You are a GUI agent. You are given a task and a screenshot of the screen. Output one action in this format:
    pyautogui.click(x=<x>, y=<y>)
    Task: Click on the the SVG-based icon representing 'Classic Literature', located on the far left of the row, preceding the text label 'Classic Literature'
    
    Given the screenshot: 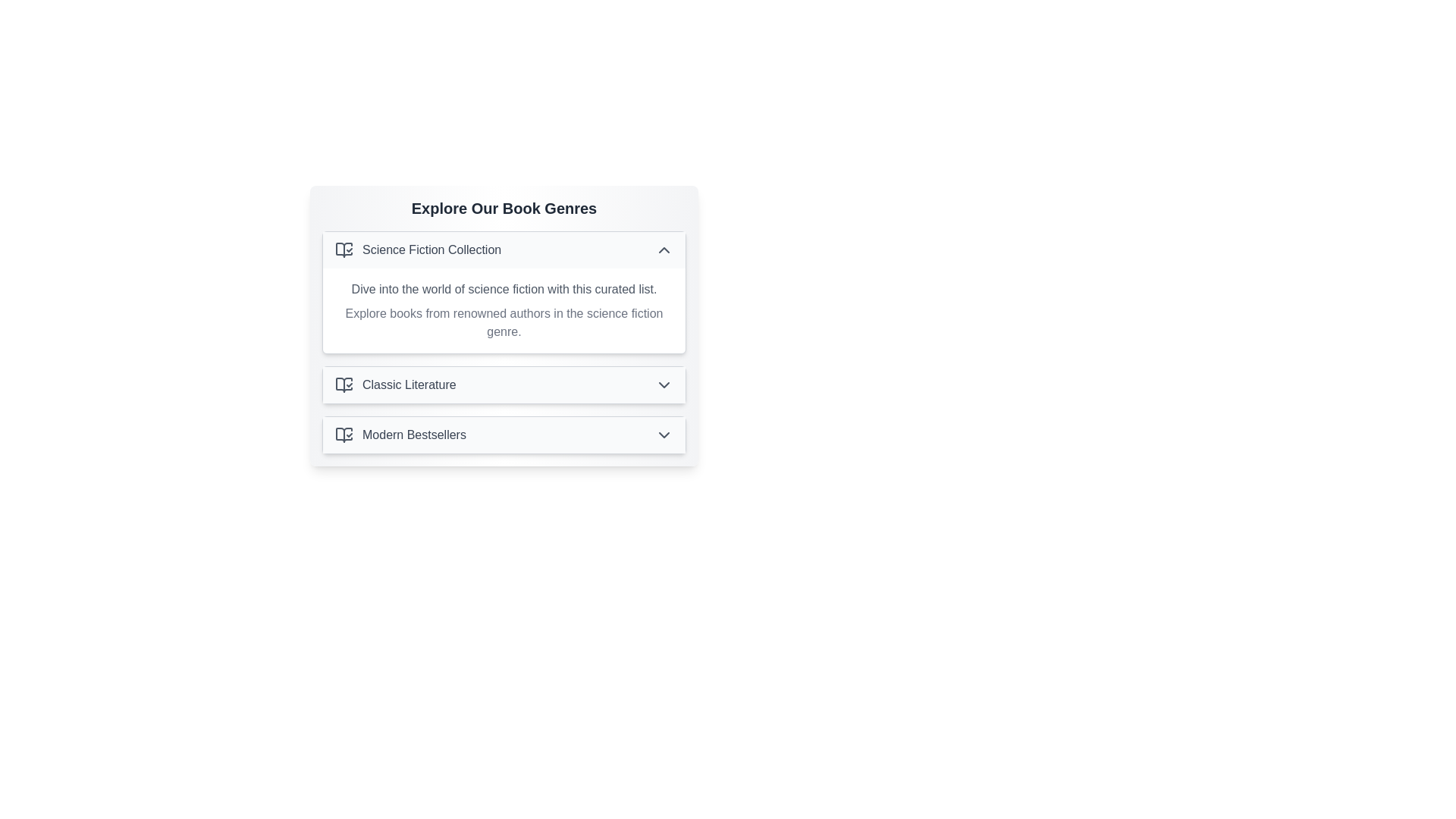 What is the action you would take?
    pyautogui.click(x=344, y=384)
    